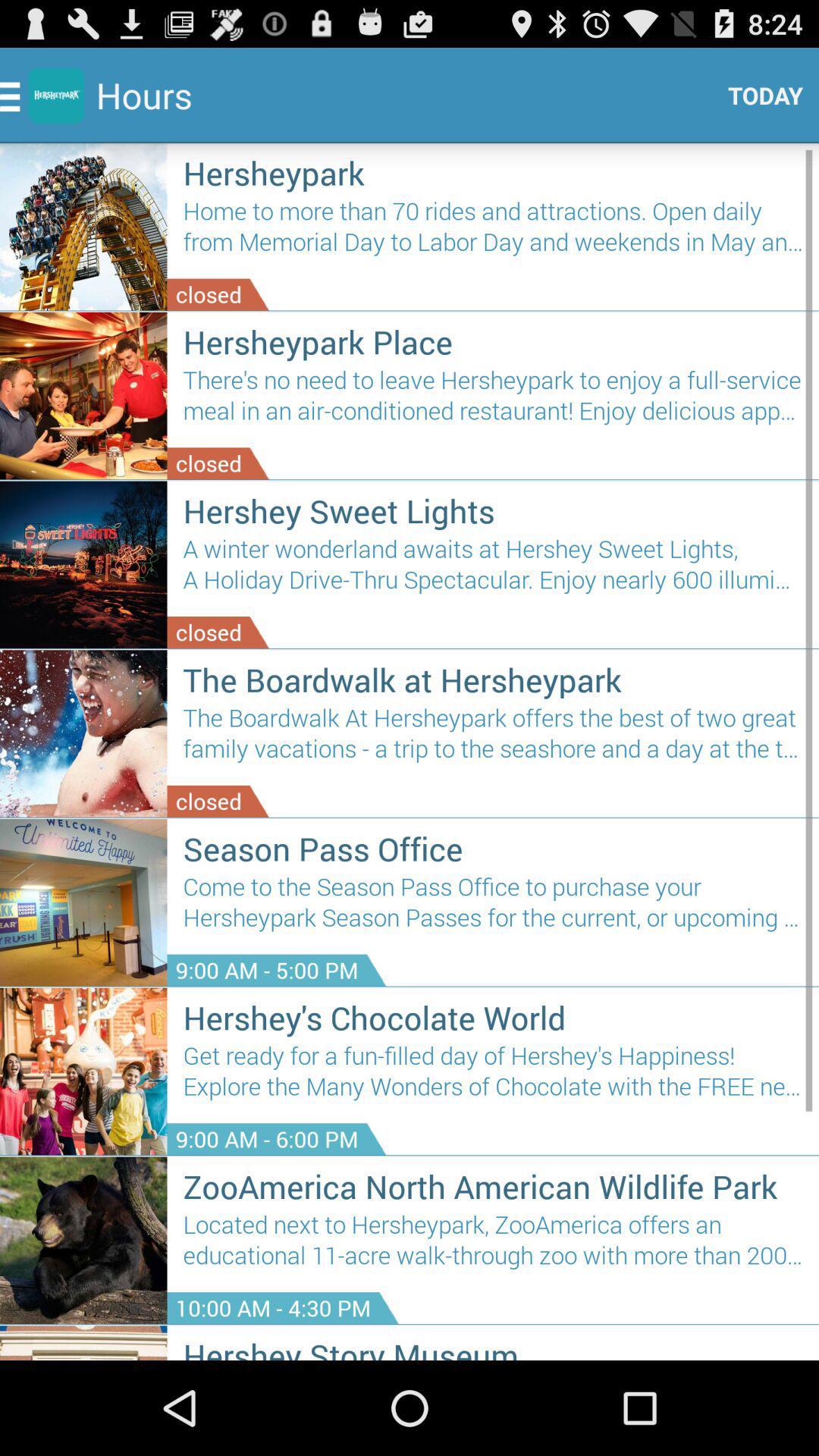 The image size is (819, 1456). Describe the element at coordinates (493, 1246) in the screenshot. I see `the icon below zooamerica north american item` at that location.